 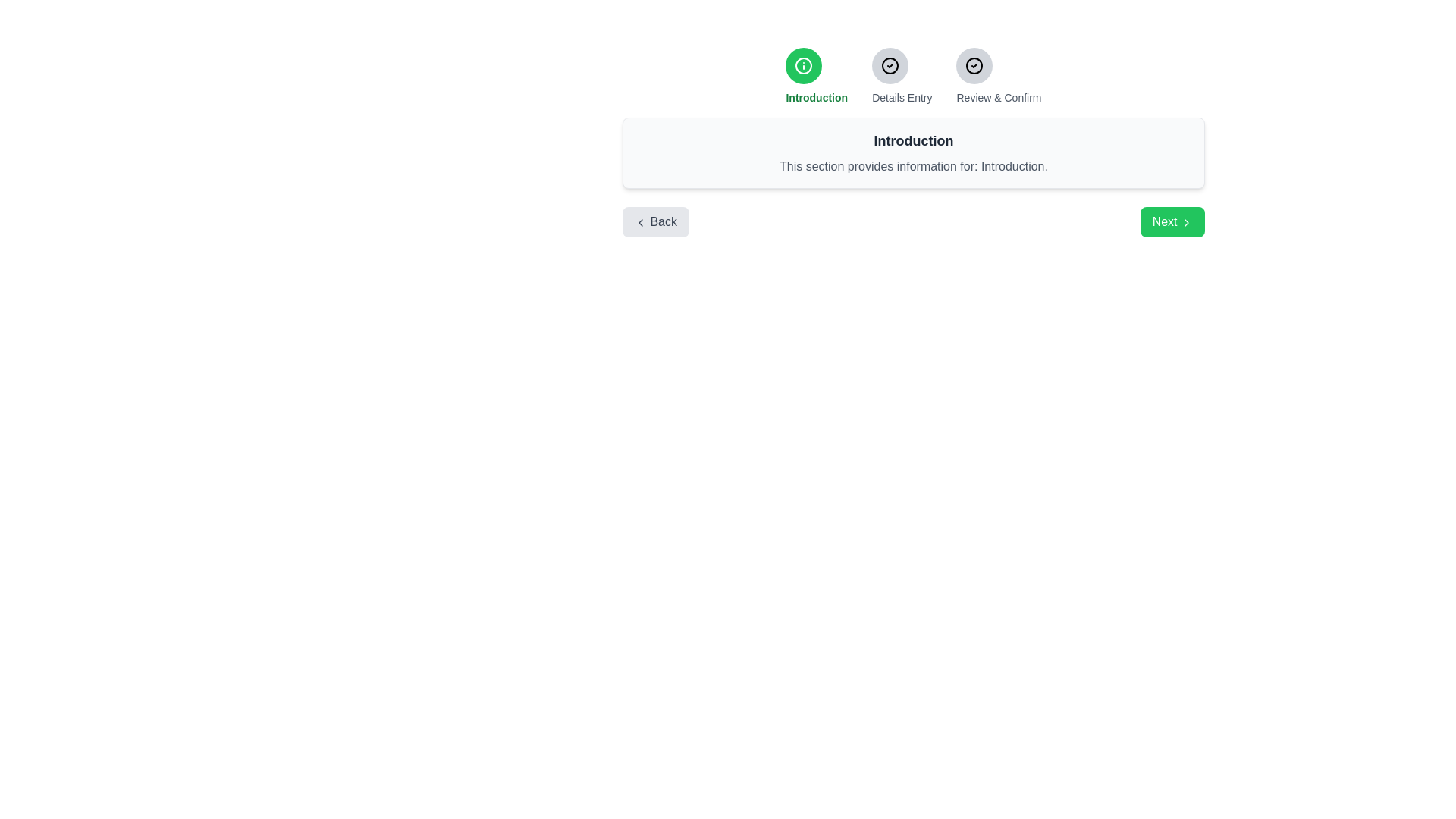 I want to click on the step indicator for Review & Confirm, so click(x=974, y=65).